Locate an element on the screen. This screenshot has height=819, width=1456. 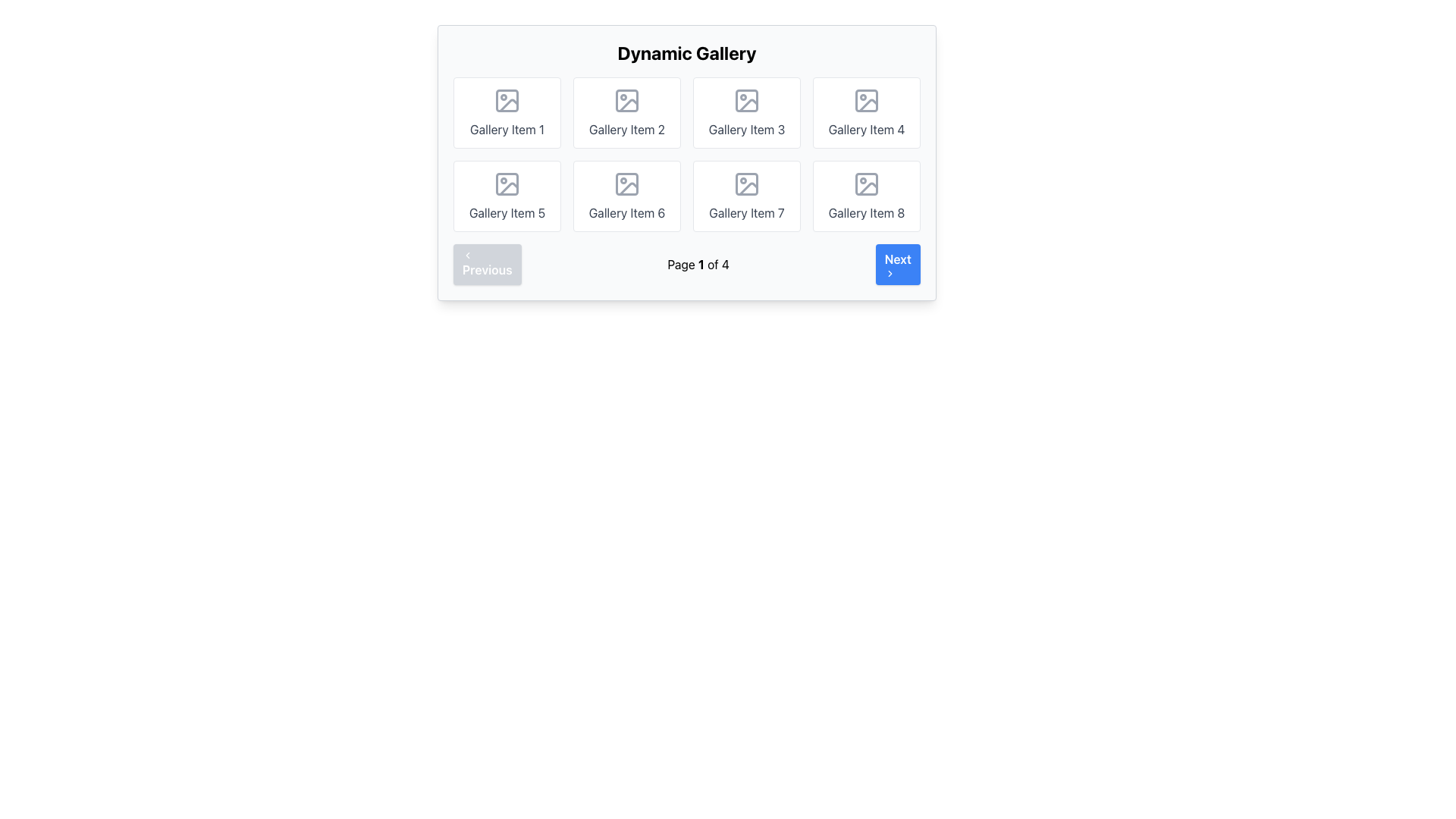
the gallery item card located in the second row, second column of the grid layout, positioned between 'Gallery Item 5' and 'Gallery Item 7' is located at coordinates (626, 195).